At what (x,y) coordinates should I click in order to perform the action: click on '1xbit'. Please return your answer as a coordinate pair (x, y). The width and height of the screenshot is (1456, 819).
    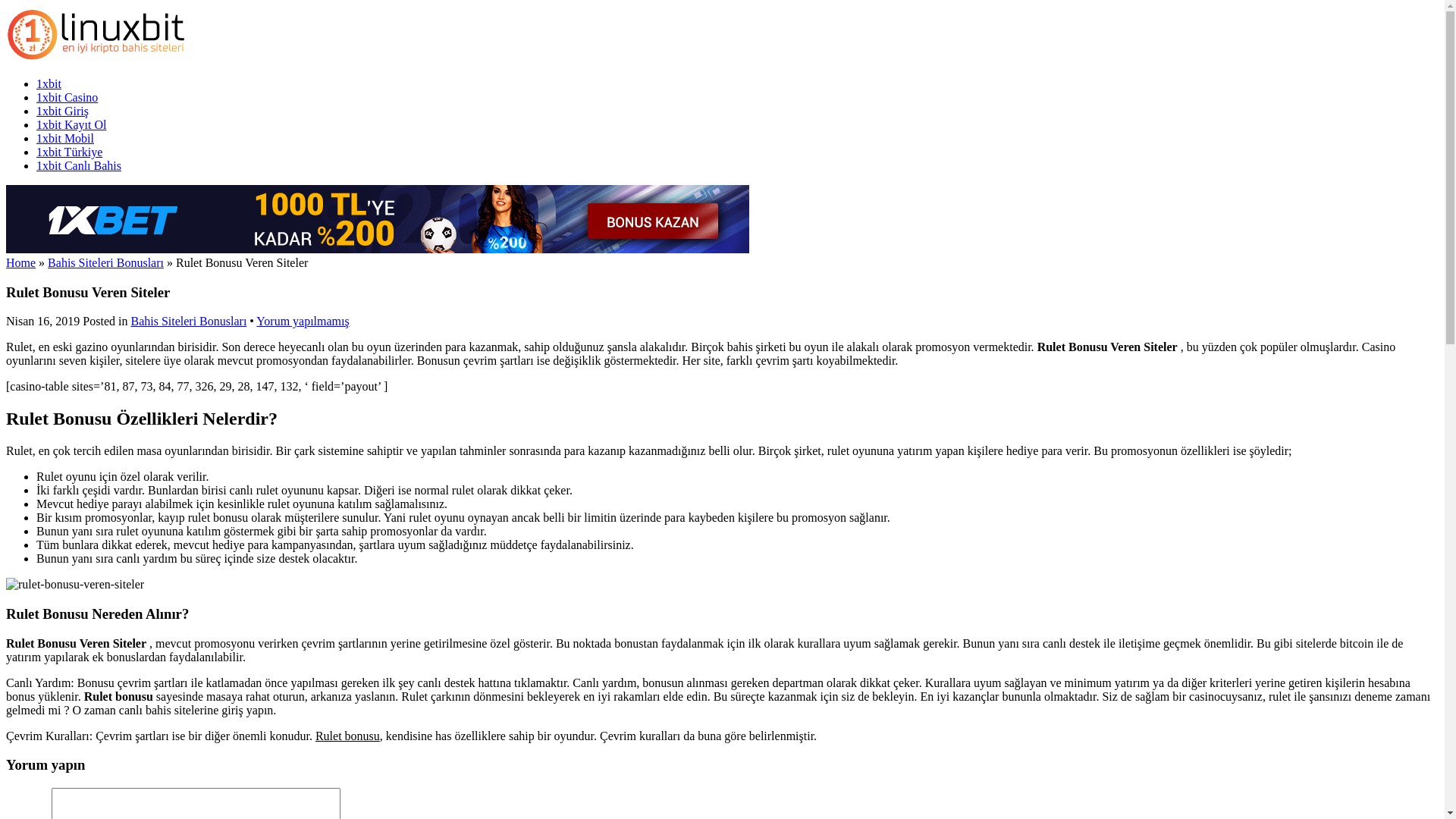
    Looking at the image, I should click on (49, 83).